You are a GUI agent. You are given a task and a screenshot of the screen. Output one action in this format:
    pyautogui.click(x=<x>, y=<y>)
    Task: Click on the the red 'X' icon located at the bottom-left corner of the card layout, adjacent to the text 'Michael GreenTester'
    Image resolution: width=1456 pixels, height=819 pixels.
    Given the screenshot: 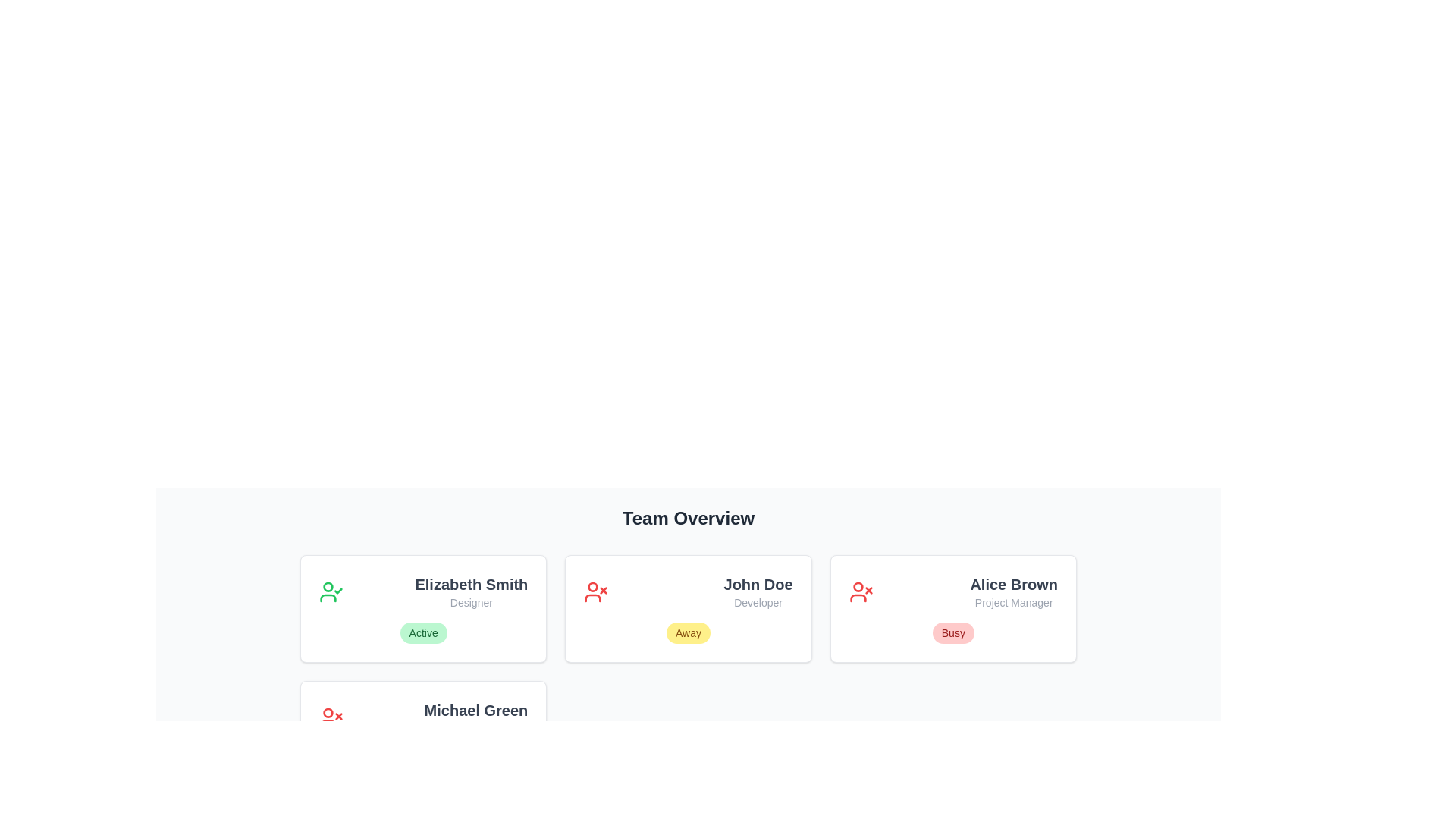 What is the action you would take?
    pyautogui.click(x=330, y=717)
    